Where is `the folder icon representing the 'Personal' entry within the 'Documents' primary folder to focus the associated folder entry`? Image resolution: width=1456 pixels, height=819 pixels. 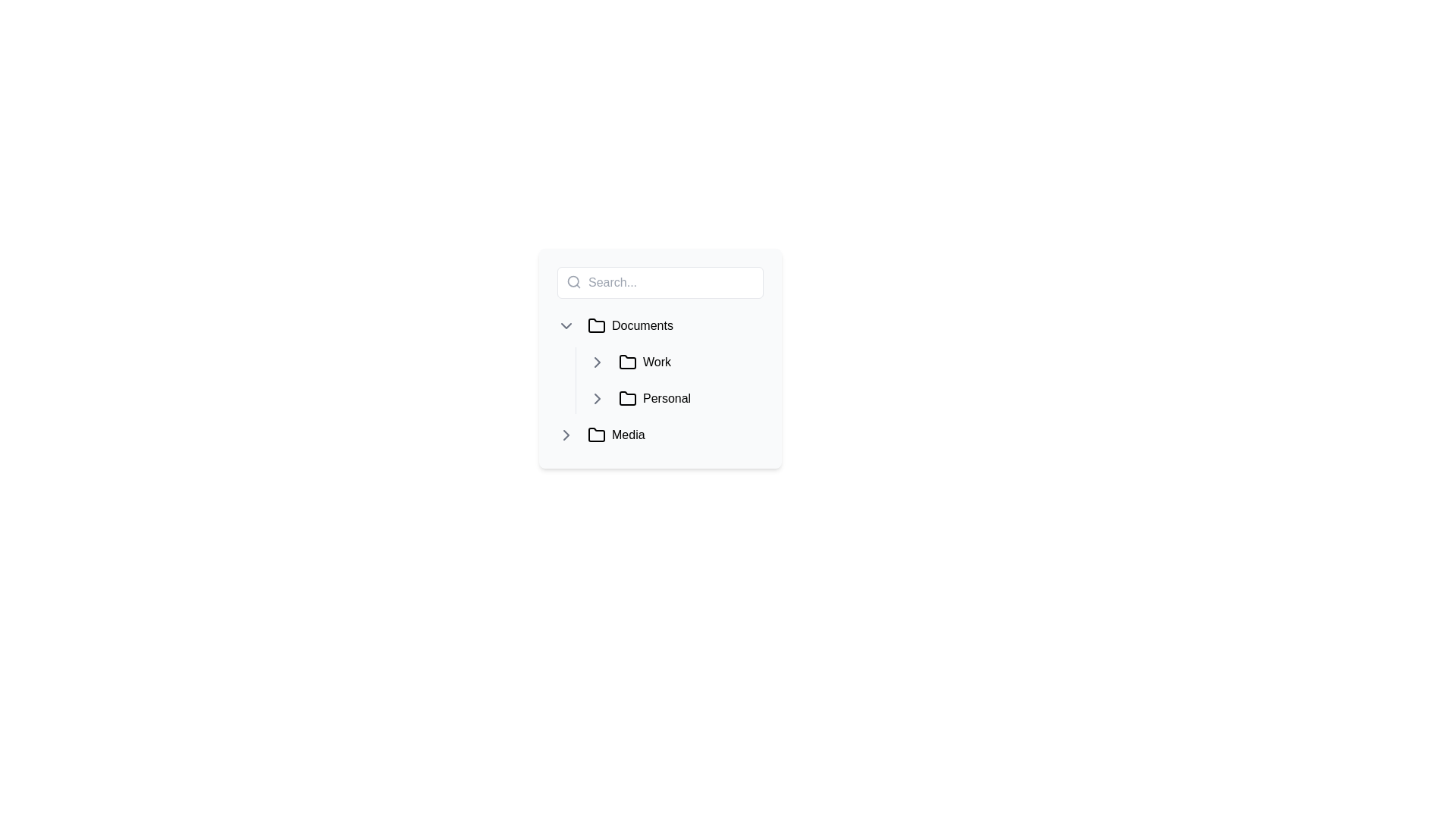
the folder icon representing the 'Personal' entry within the 'Documents' primary folder to focus the associated folder entry is located at coordinates (628, 397).